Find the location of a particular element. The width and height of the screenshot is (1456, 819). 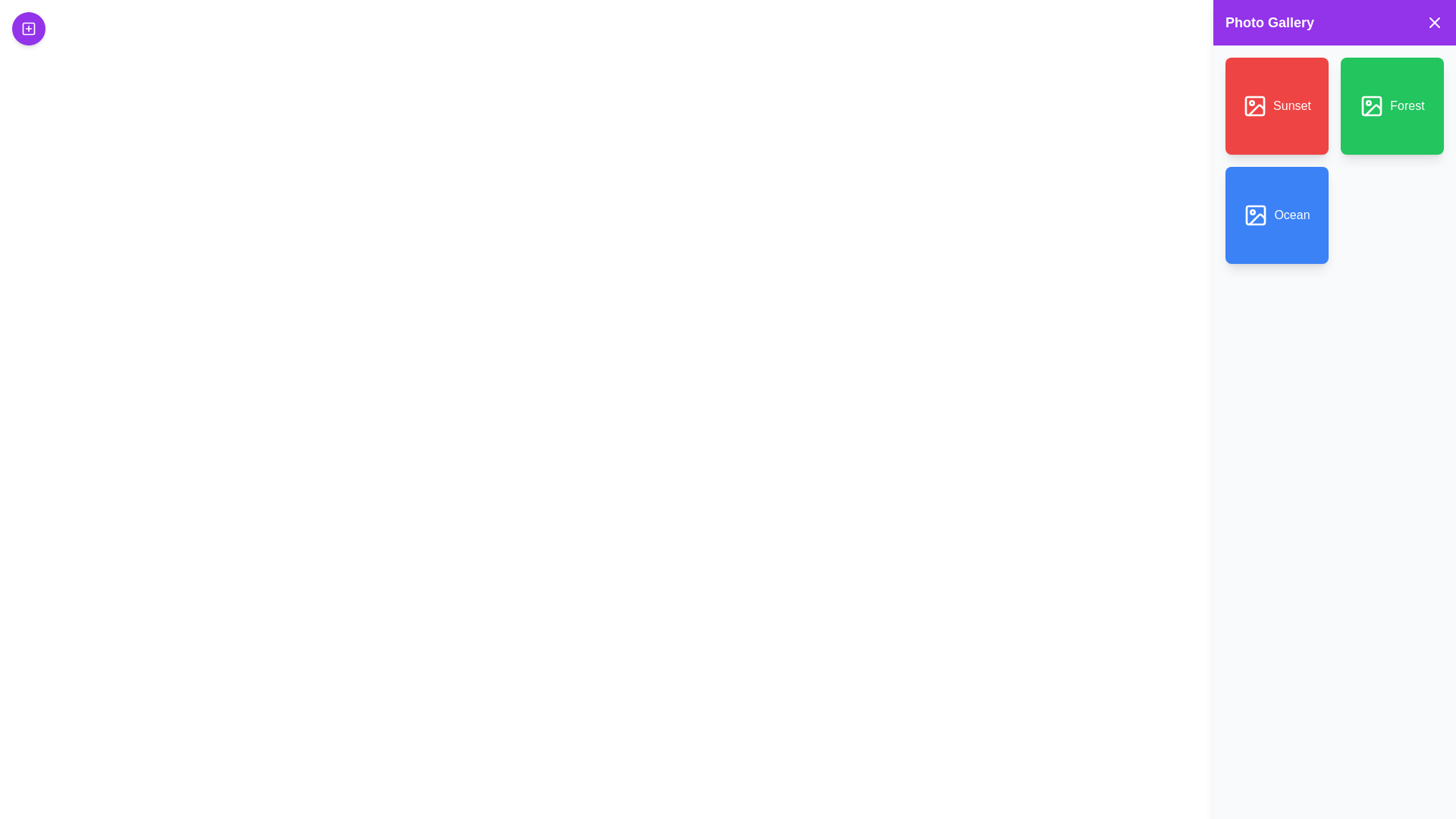

the close button in the top-right corner of the drawer is located at coordinates (1433, 23).